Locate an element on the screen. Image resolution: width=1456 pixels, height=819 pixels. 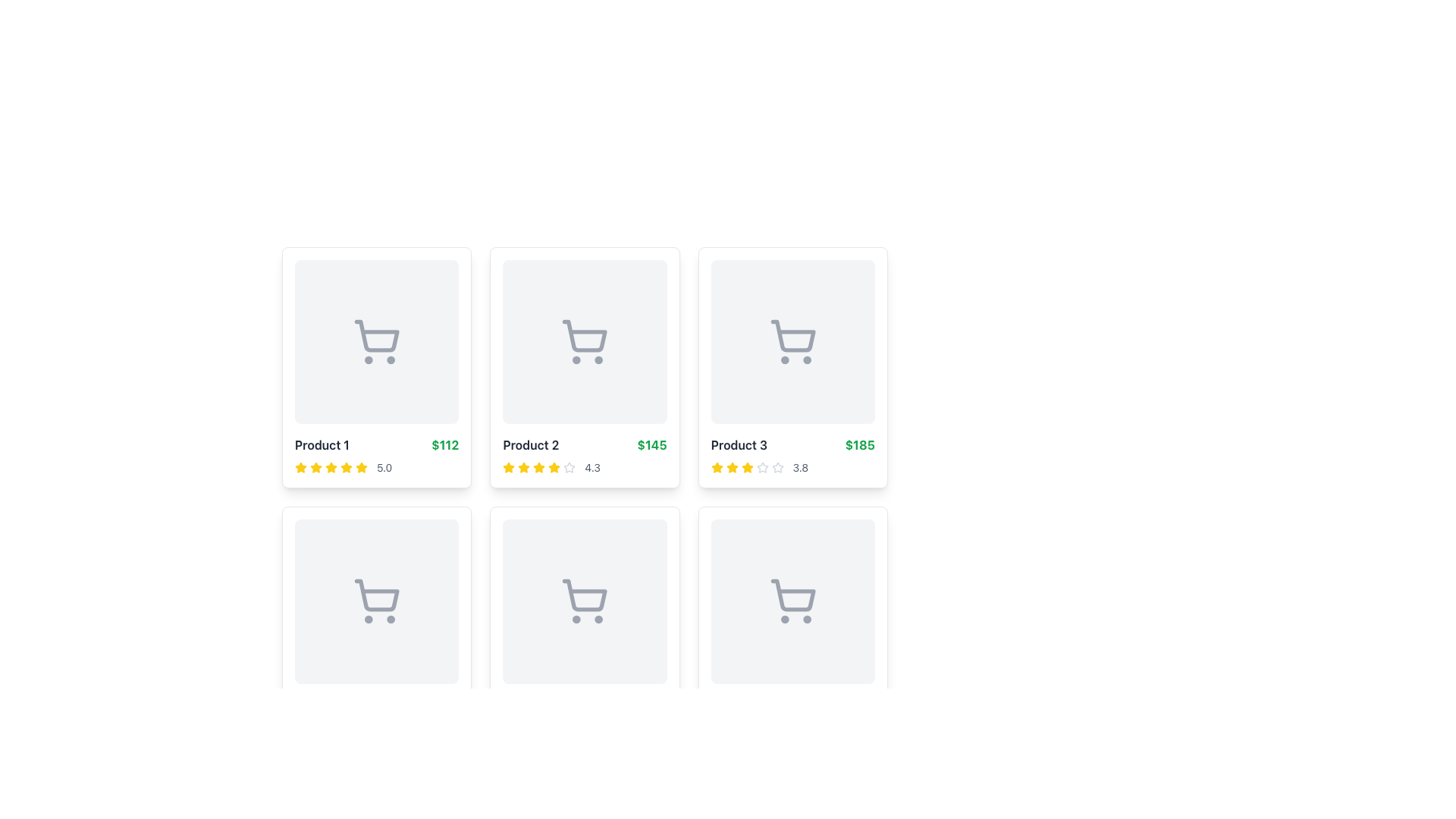
the sixth star icon in the 5-star rating system is located at coordinates (345, 467).